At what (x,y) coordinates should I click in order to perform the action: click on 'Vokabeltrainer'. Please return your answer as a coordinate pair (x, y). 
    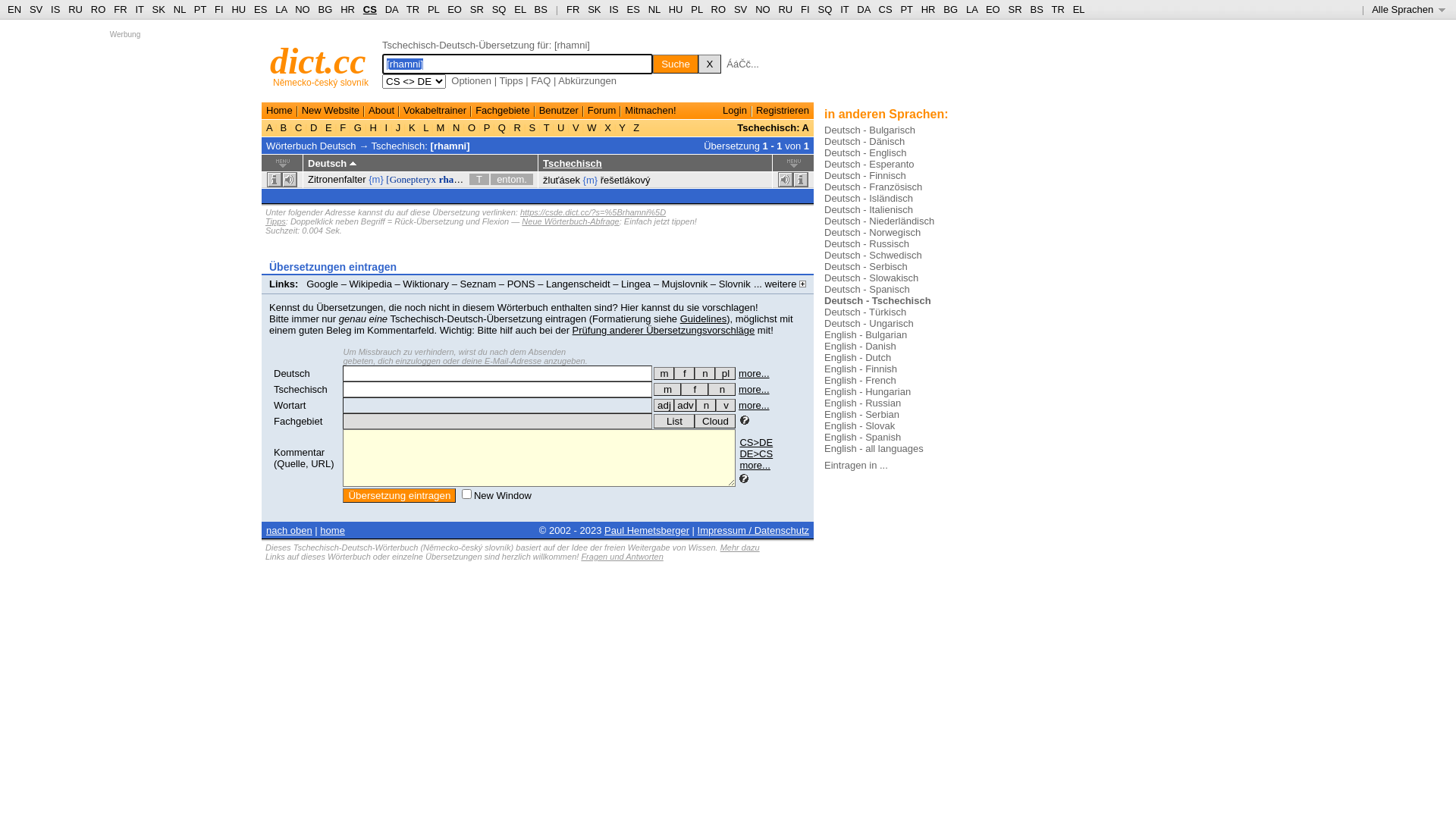
    Looking at the image, I should click on (403, 109).